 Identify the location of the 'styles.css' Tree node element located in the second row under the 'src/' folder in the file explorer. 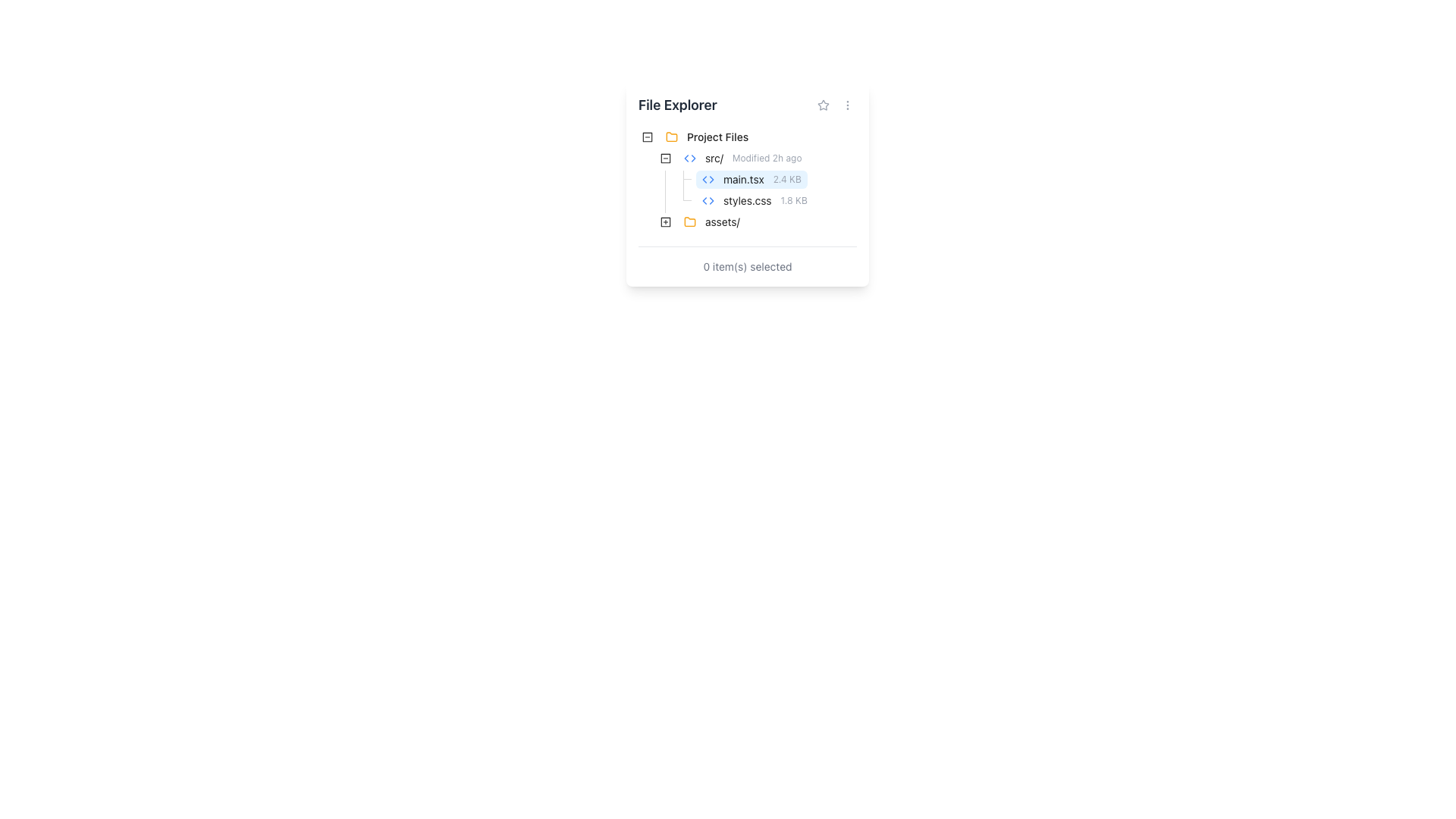
(755, 200).